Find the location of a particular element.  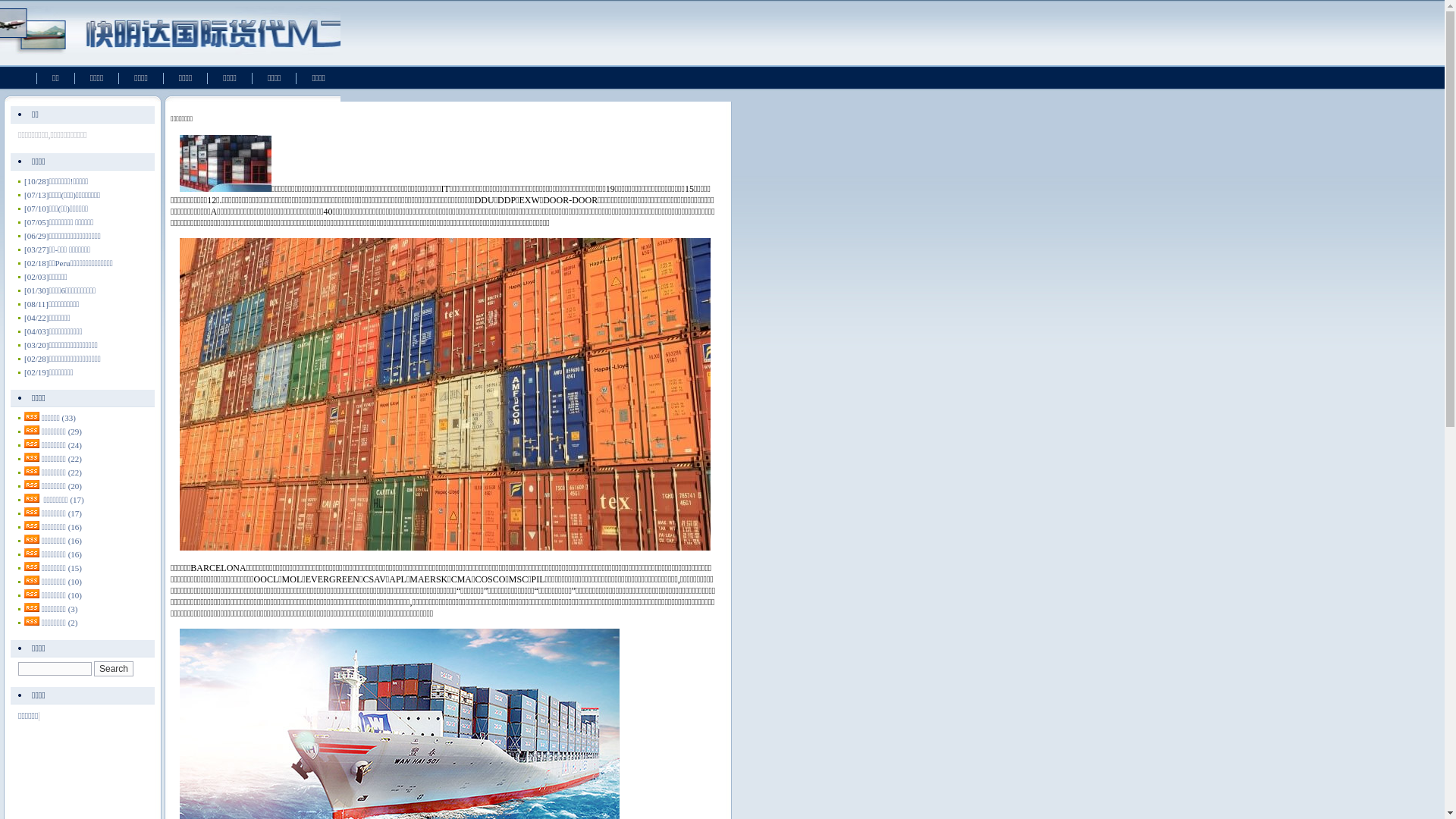

'rss' is located at coordinates (32, 620).